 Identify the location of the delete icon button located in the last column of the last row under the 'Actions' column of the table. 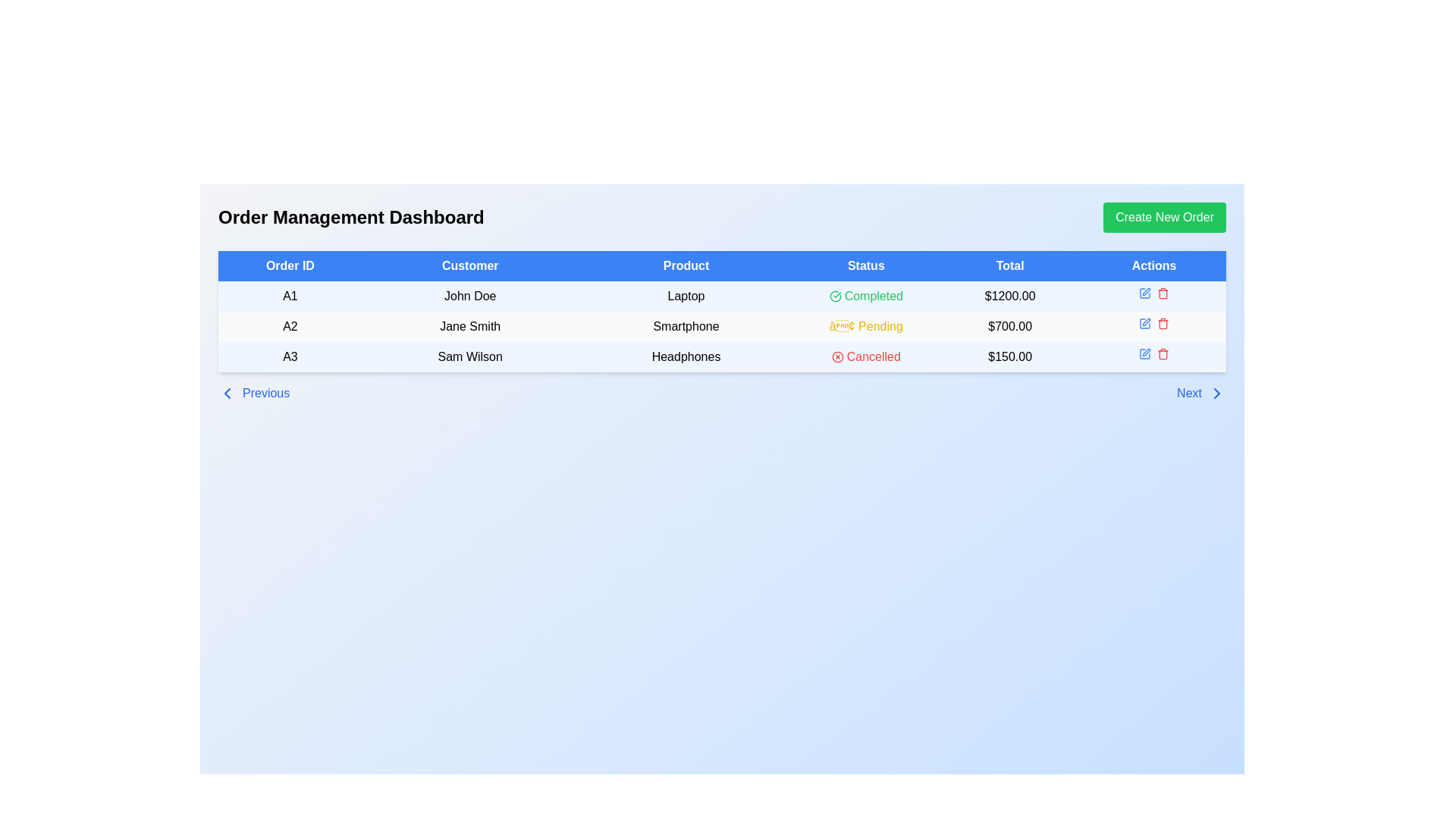
(1163, 353).